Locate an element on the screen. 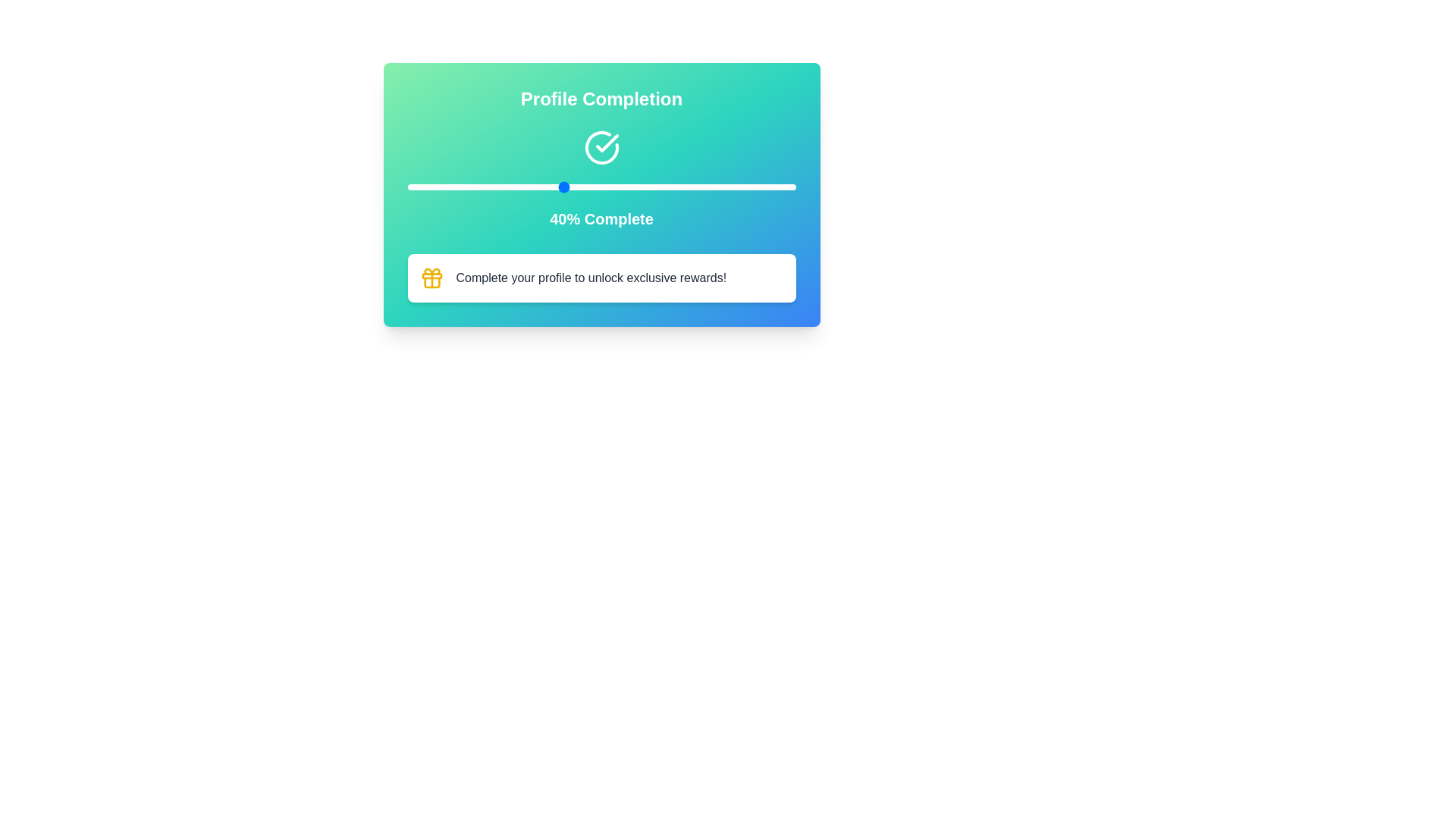 Image resolution: width=1456 pixels, height=819 pixels. the slider to set the completion percentage to 98 is located at coordinates (788, 186).